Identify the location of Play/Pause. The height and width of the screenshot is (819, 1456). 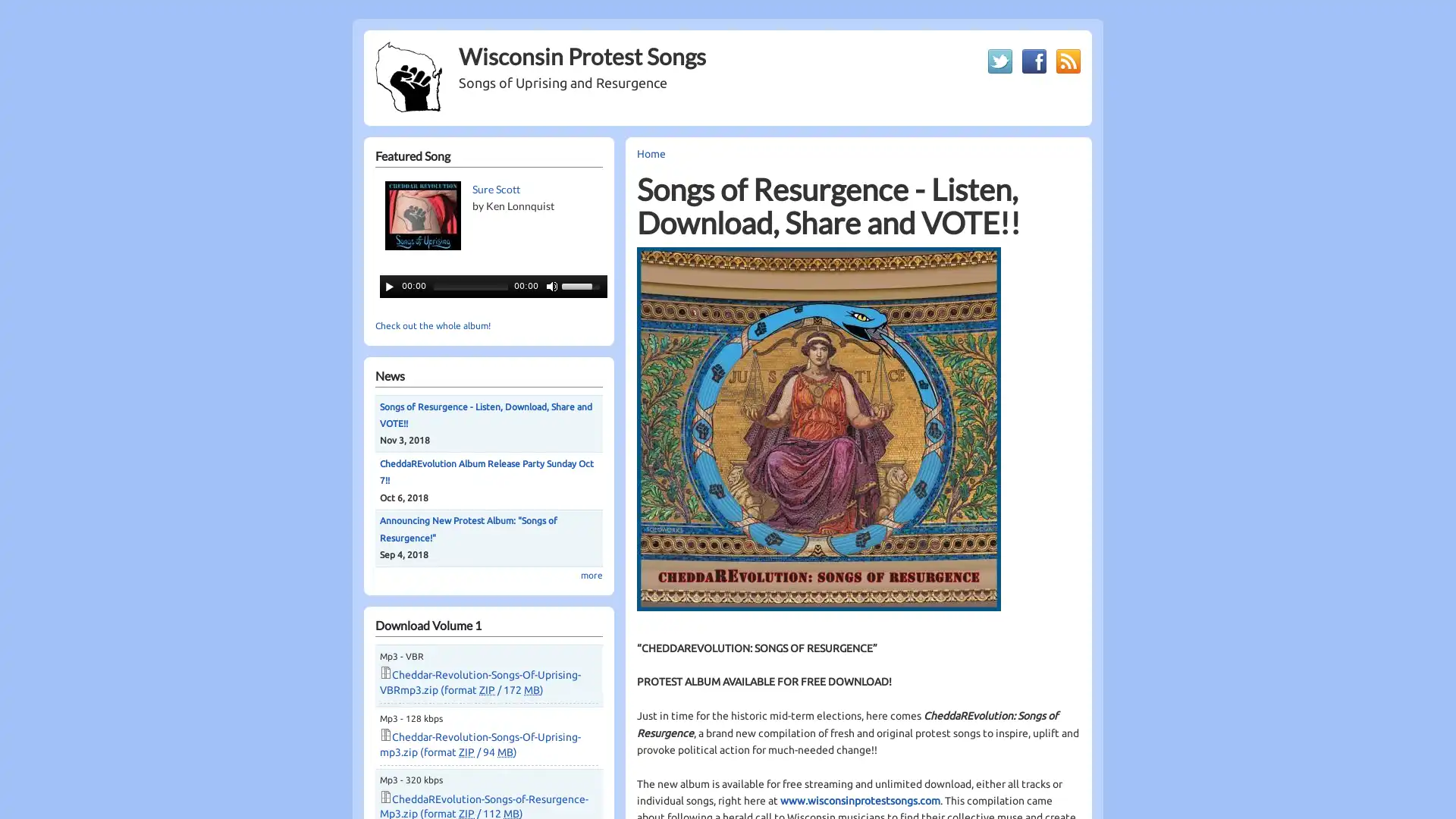
(389, 286).